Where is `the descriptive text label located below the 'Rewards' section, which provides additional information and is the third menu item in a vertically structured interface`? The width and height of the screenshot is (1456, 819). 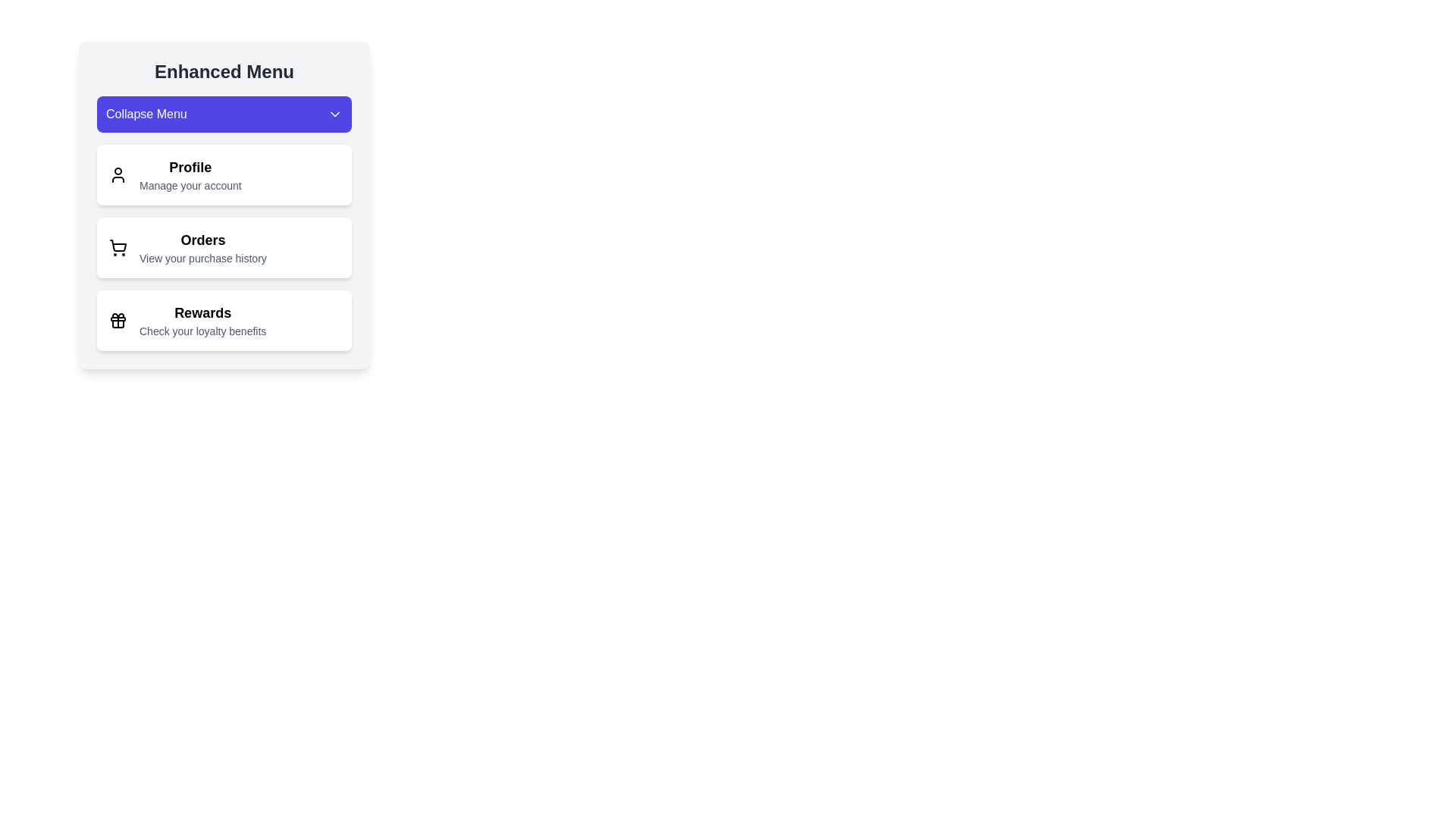 the descriptive text label located below the 'Rewards' section, which provides additional information and is the third menu item in a vertically structured interface is located at coordinates (202, 330).